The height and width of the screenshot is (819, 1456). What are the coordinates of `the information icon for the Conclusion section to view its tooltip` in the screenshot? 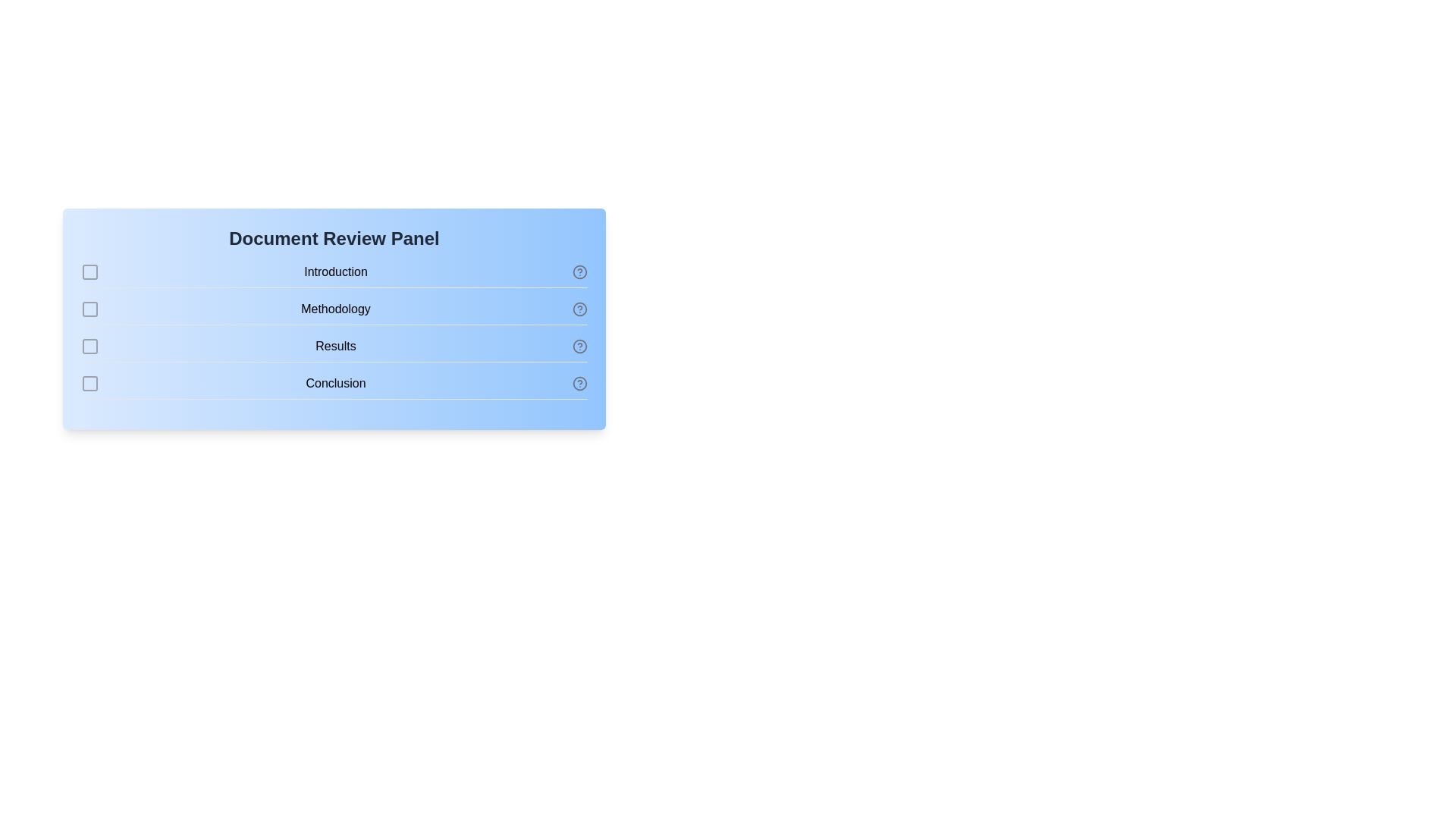 It's located at (579, 382).